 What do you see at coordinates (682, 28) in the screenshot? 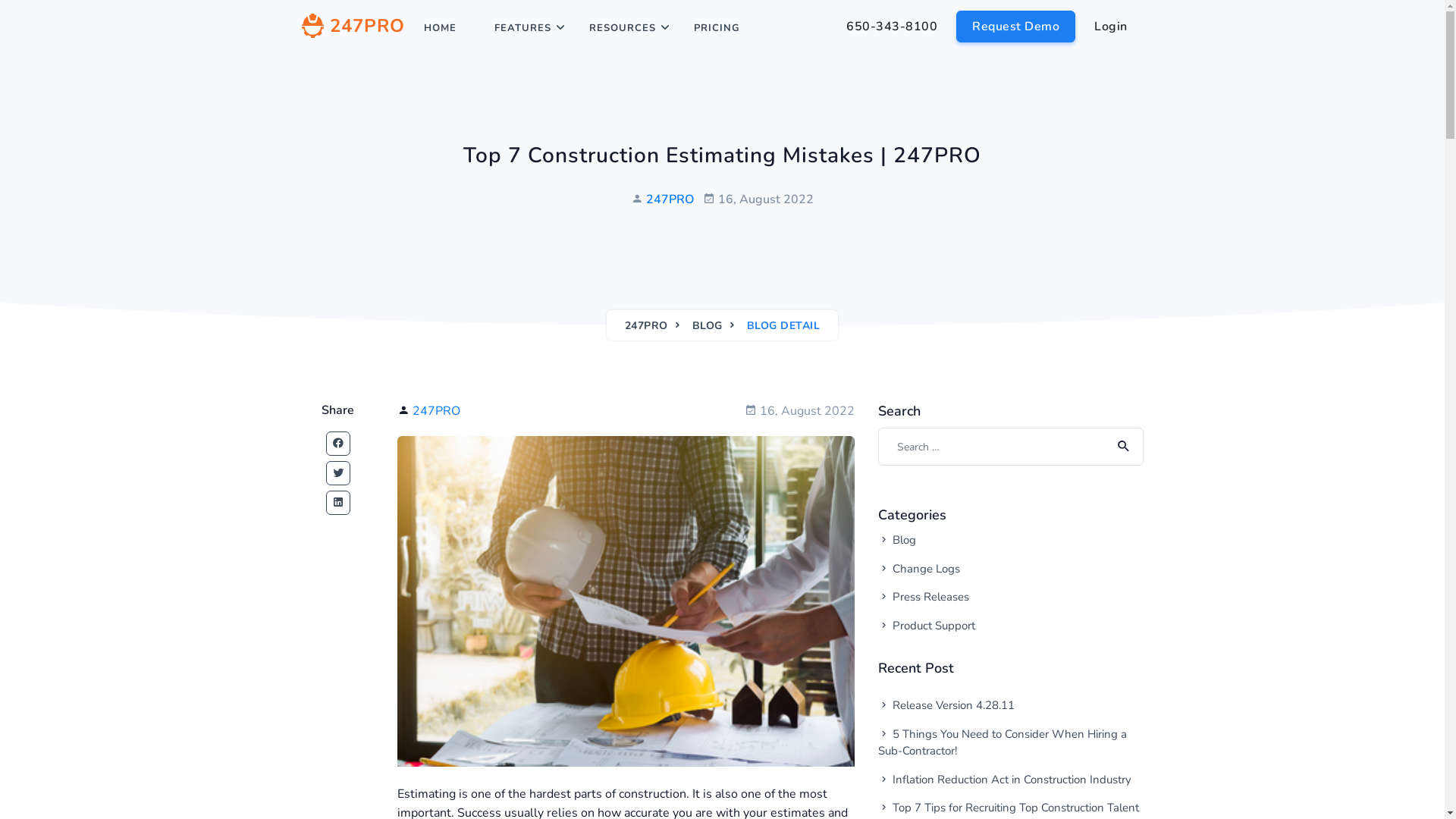
I see `'PRICING'` at bounding box center [682, 28].